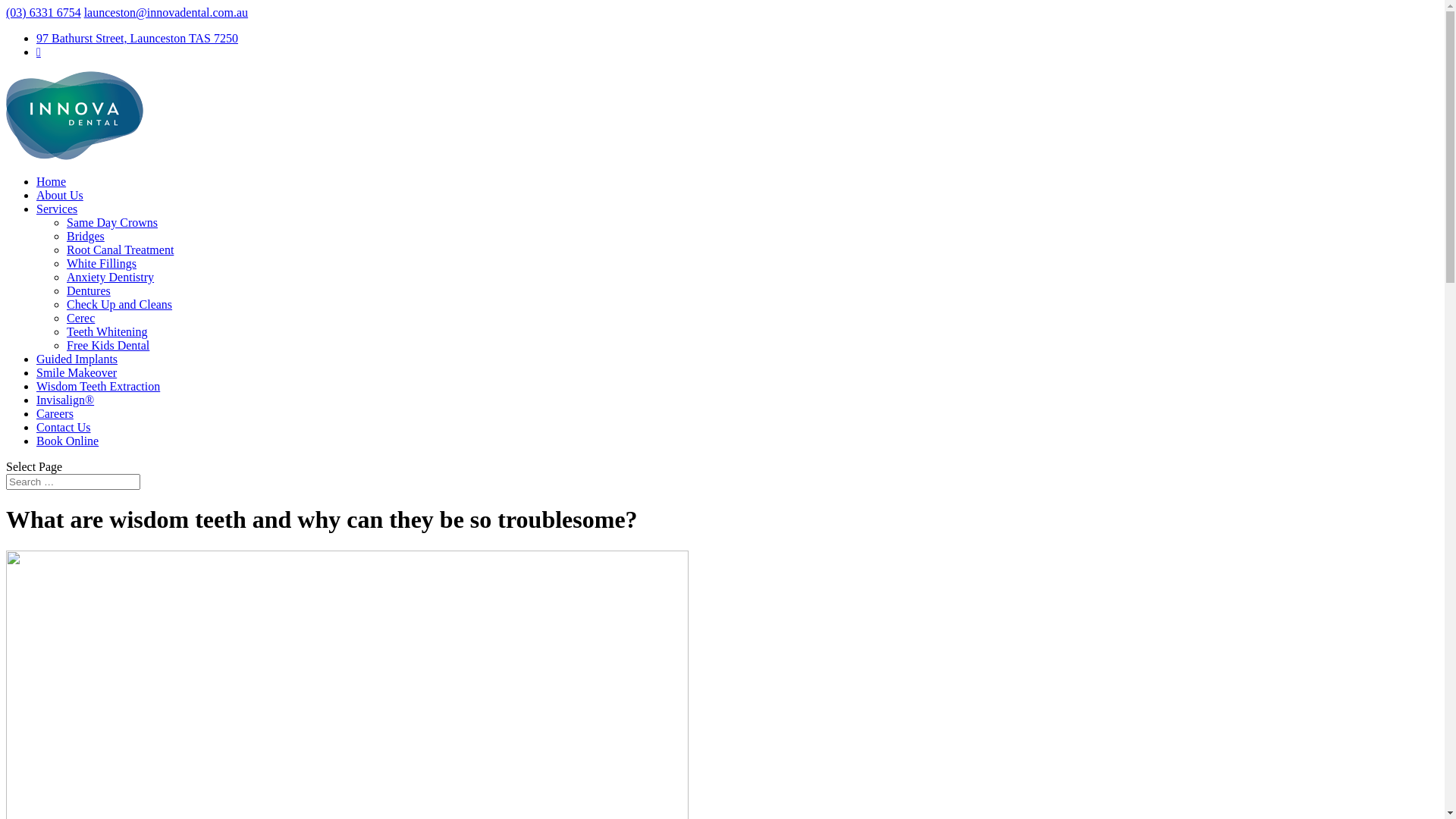  What do you see at coordinates (97, 385) in the screenshot?
I see `'Wisdom Teeth Extraction'` at bounding box center [97, 385].